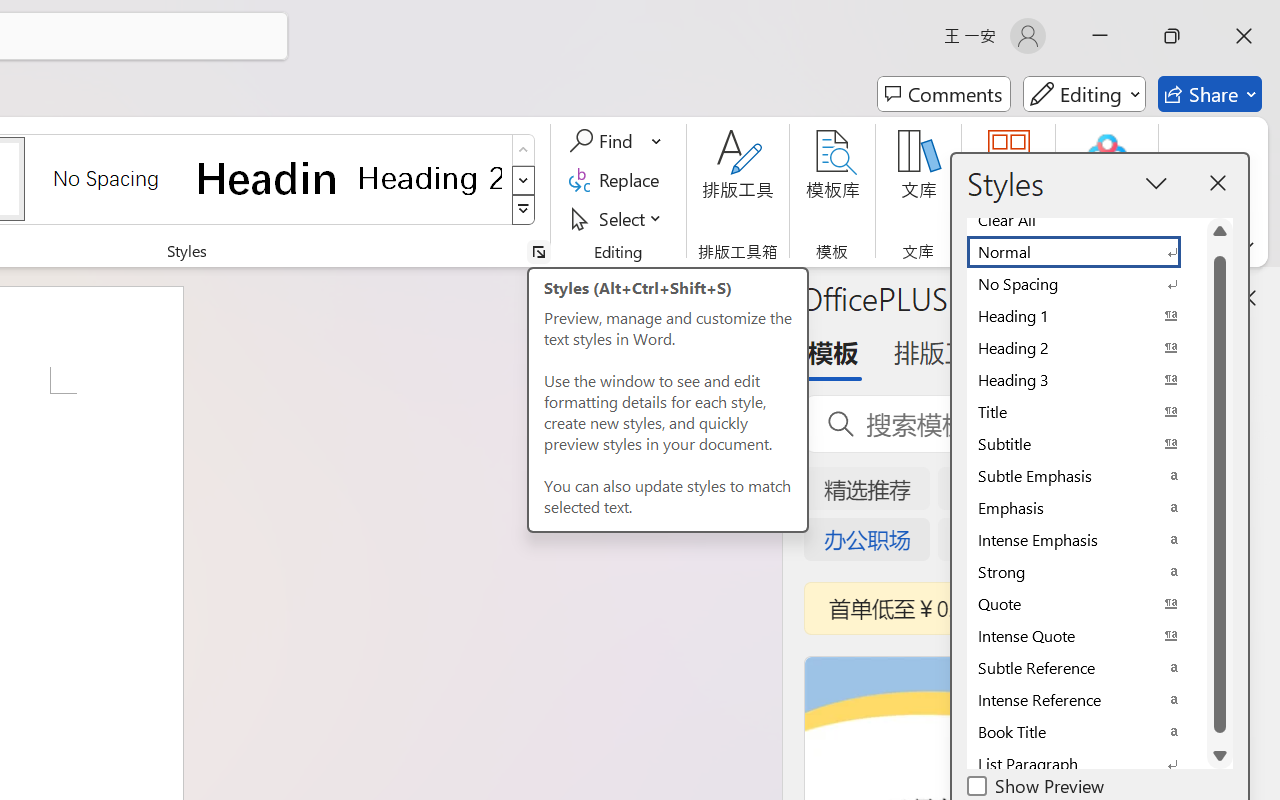 This screenshot has height=800, width=1280. Describe the element at coordinates (1083, 94) in the screenshot. I see `'Mode'` at that location.